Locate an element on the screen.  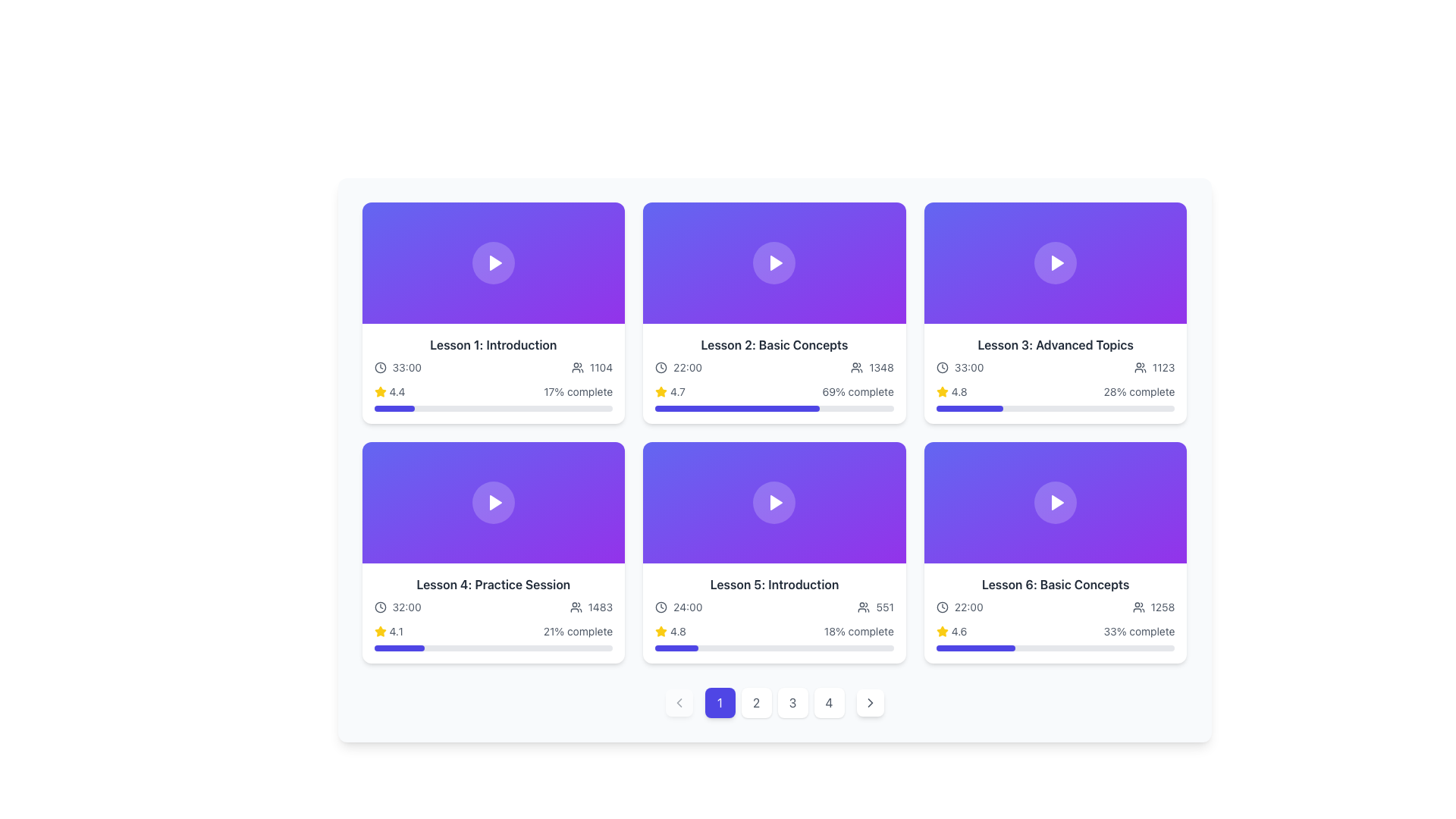
the circular progress bar located in the second card of the upper row of the displayed grid layout to adjust the completion progression is located at coordinates (774, 397).